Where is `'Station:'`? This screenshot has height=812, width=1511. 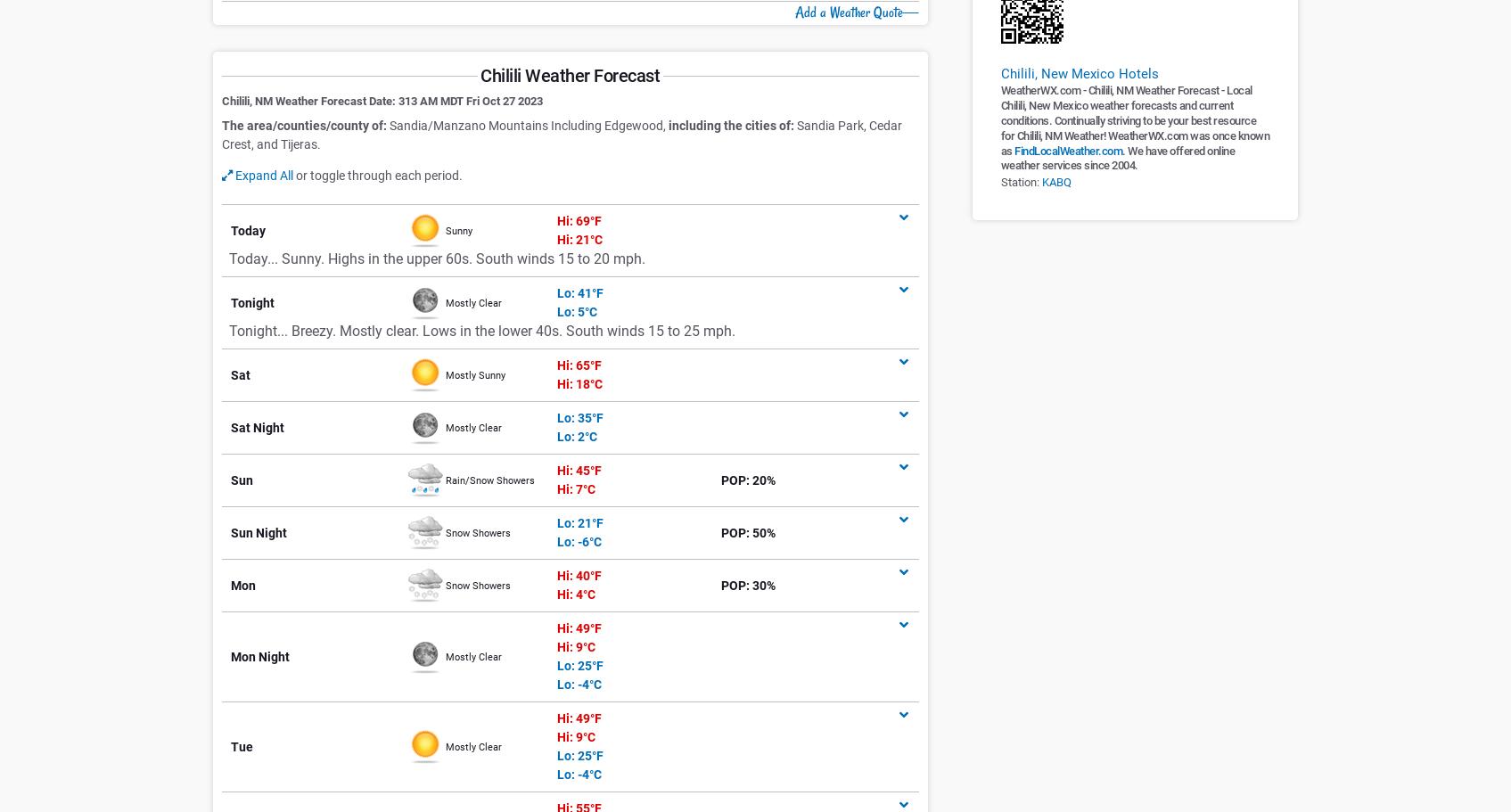
'Station:' is located at coordinates (1019, 181).